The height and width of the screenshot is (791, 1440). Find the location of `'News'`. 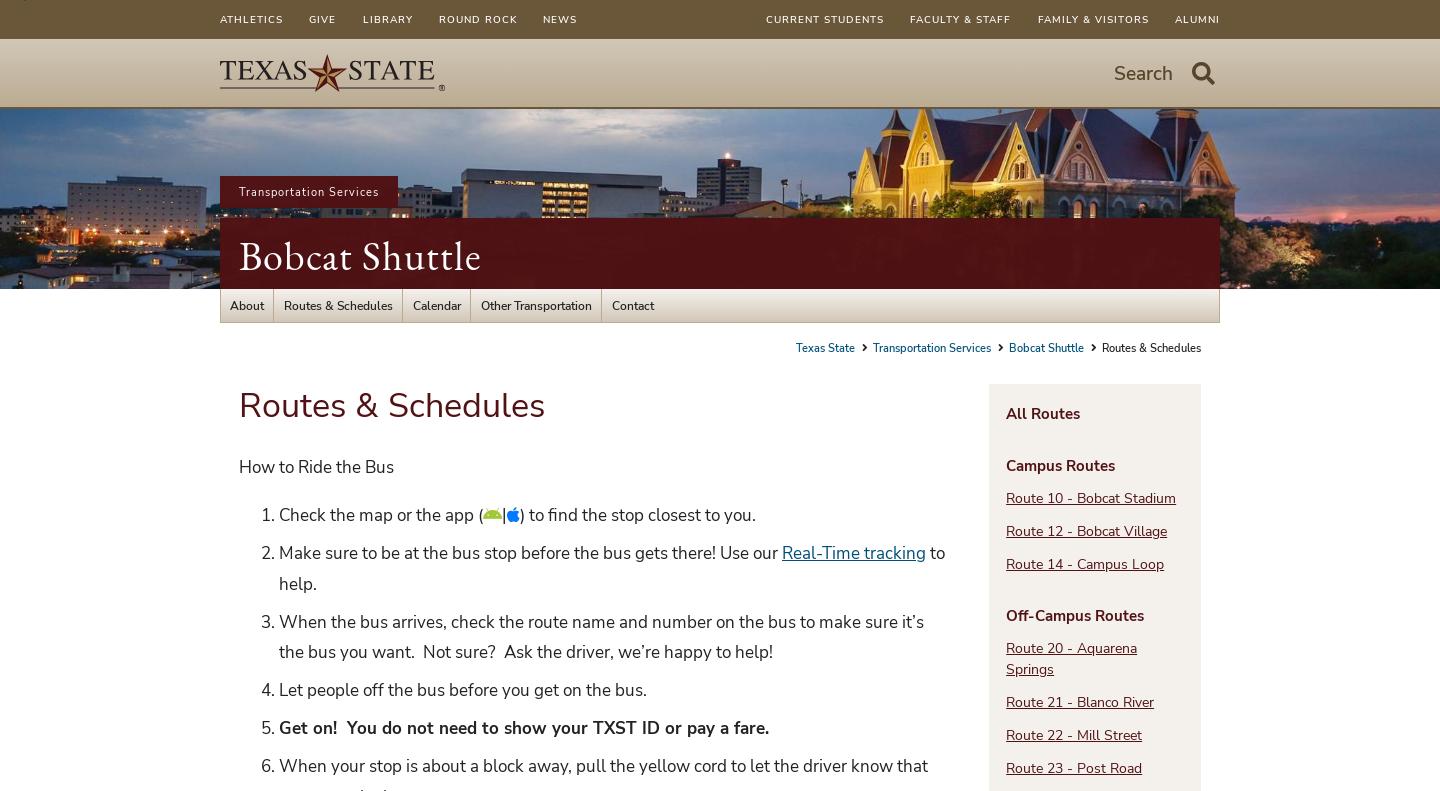

'News' is located at coordinates (560, 18).